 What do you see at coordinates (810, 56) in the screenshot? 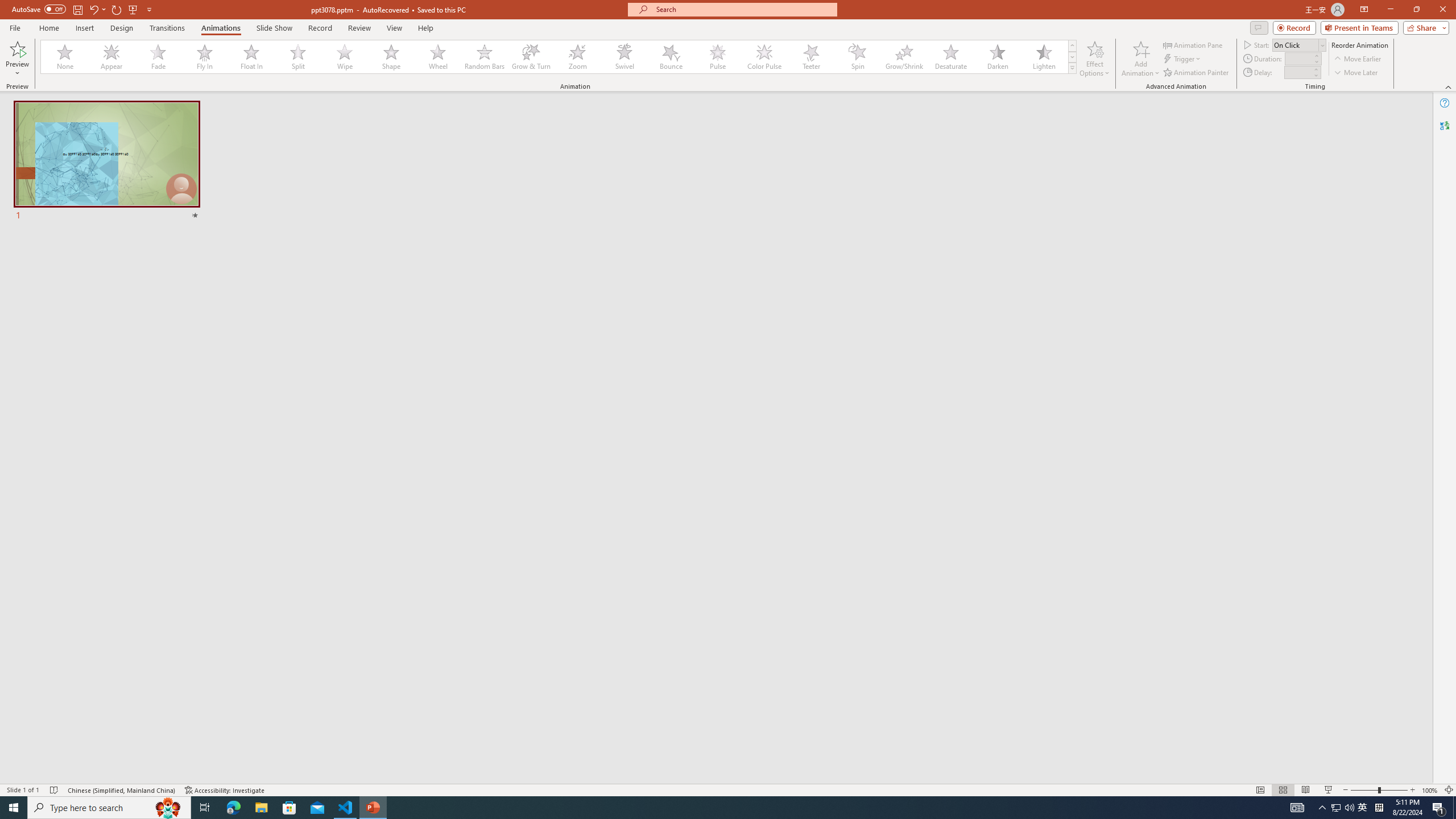
I see `'Teeter'` at bounding box center [810, 56].